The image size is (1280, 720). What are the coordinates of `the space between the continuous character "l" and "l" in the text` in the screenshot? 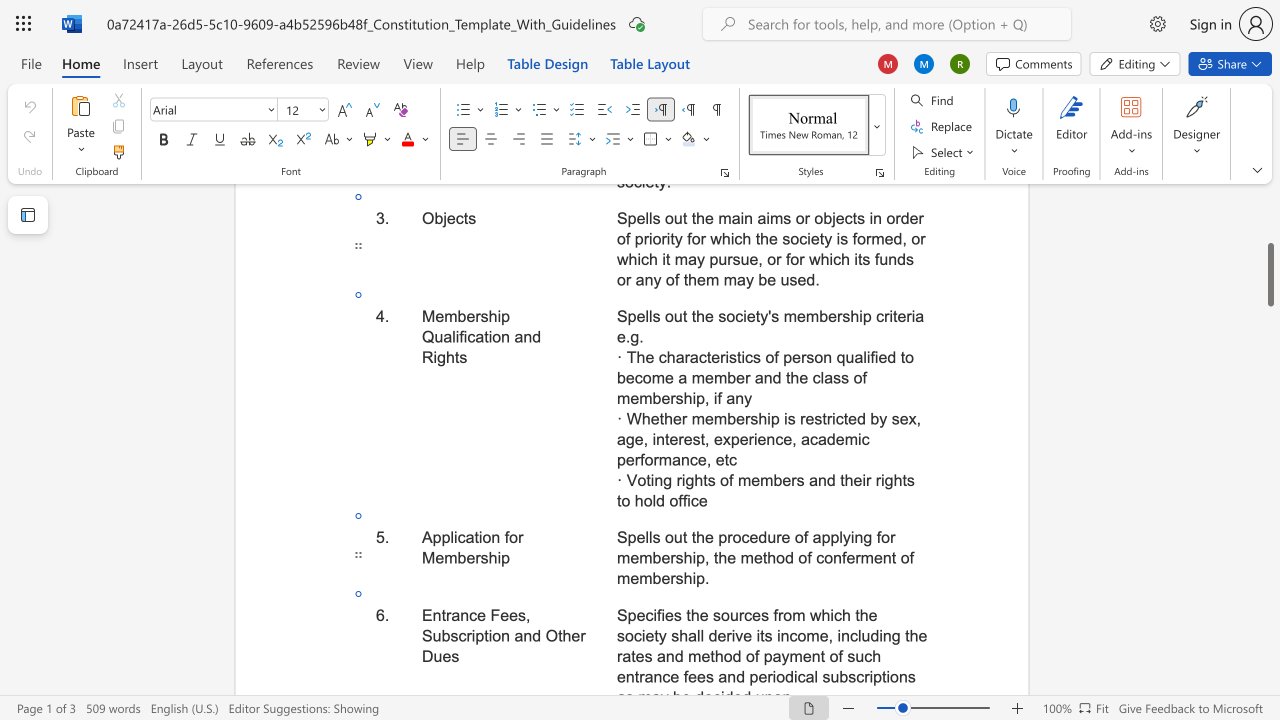 It's located at (648, 536).